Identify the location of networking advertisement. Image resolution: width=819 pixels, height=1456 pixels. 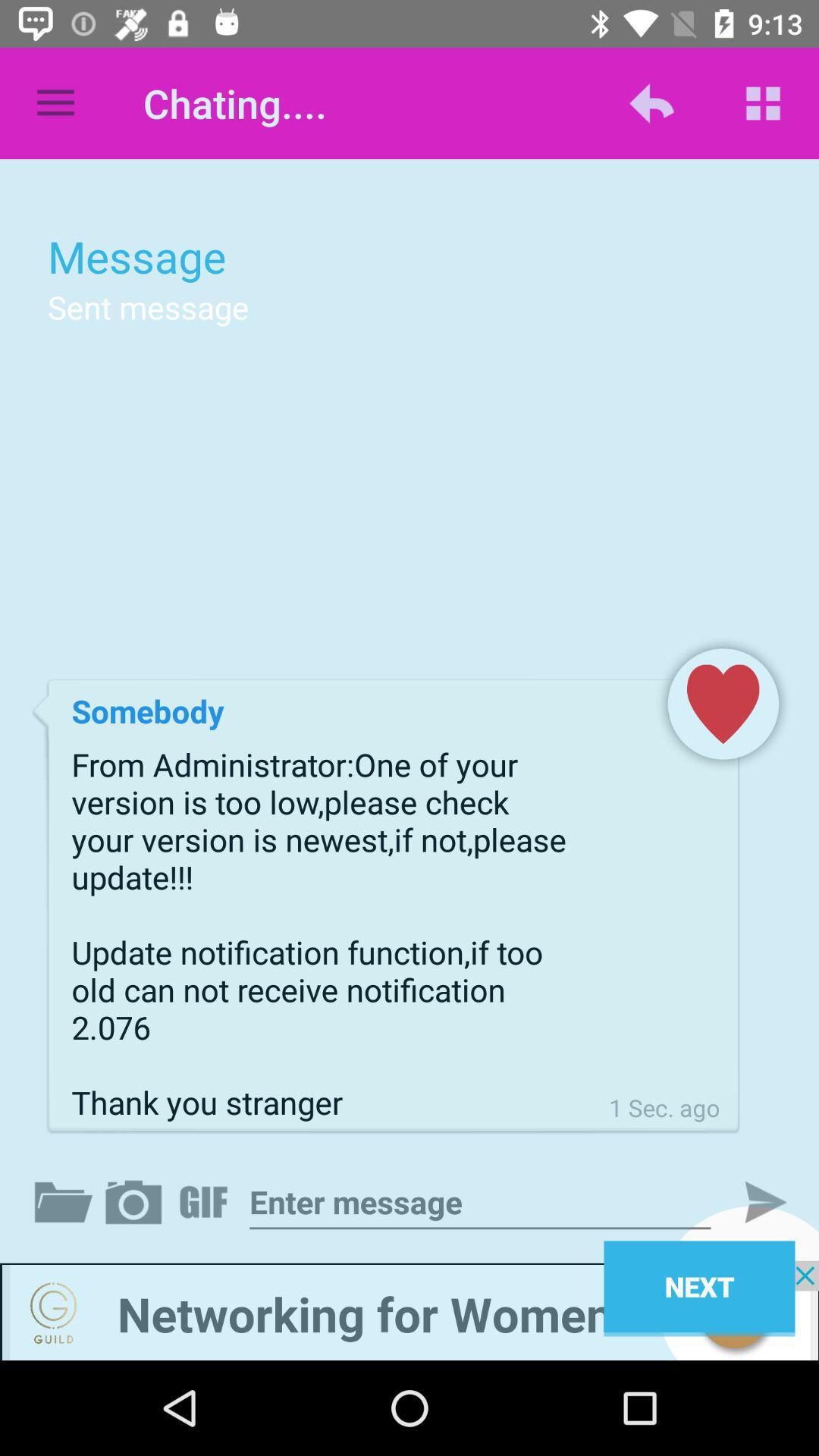
(409, 1310).